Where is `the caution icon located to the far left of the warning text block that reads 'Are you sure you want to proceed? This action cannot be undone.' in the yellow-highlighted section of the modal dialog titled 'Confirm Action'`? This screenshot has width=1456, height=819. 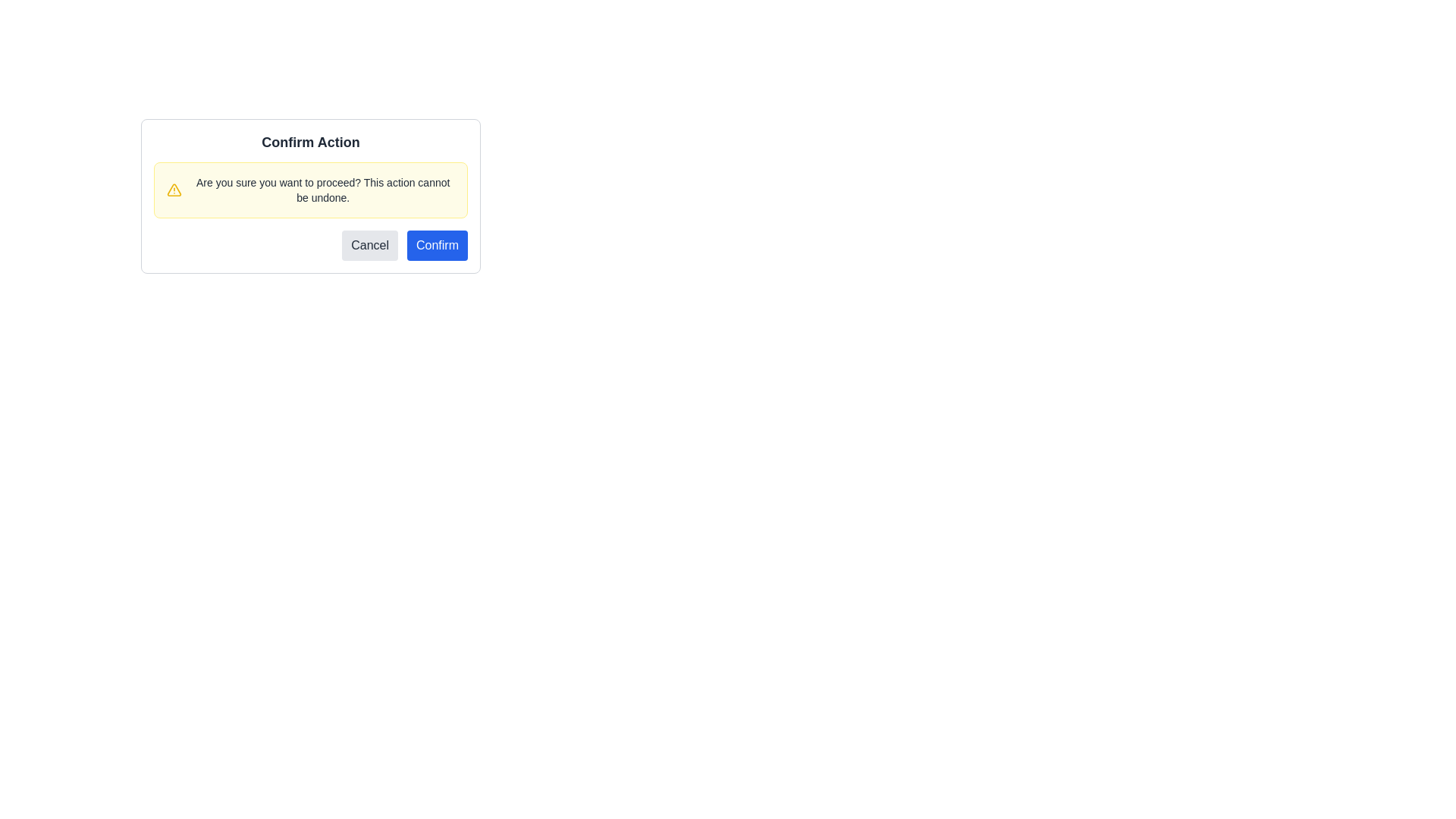 the caution icon located to the far left of the warning text block that reads 'Are you sure you want to proceed? This action cannot be undone.' in the yellow-highlighted section of the modal dialog titled 'Confirm Action' is located at coordinates (174, 189).